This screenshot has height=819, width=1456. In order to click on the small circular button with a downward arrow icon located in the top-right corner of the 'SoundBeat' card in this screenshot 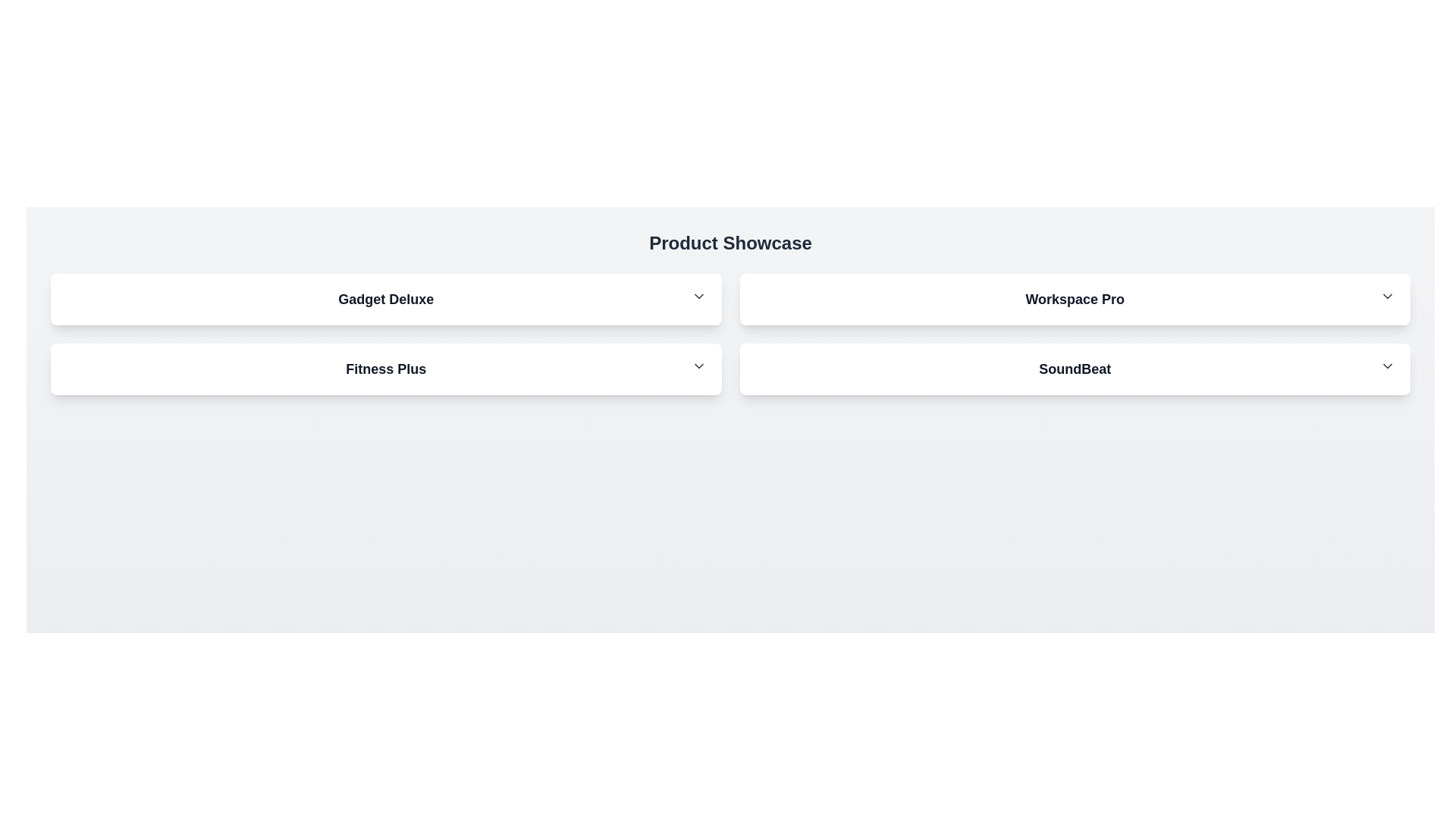, I will do `click(1387, 366)`.